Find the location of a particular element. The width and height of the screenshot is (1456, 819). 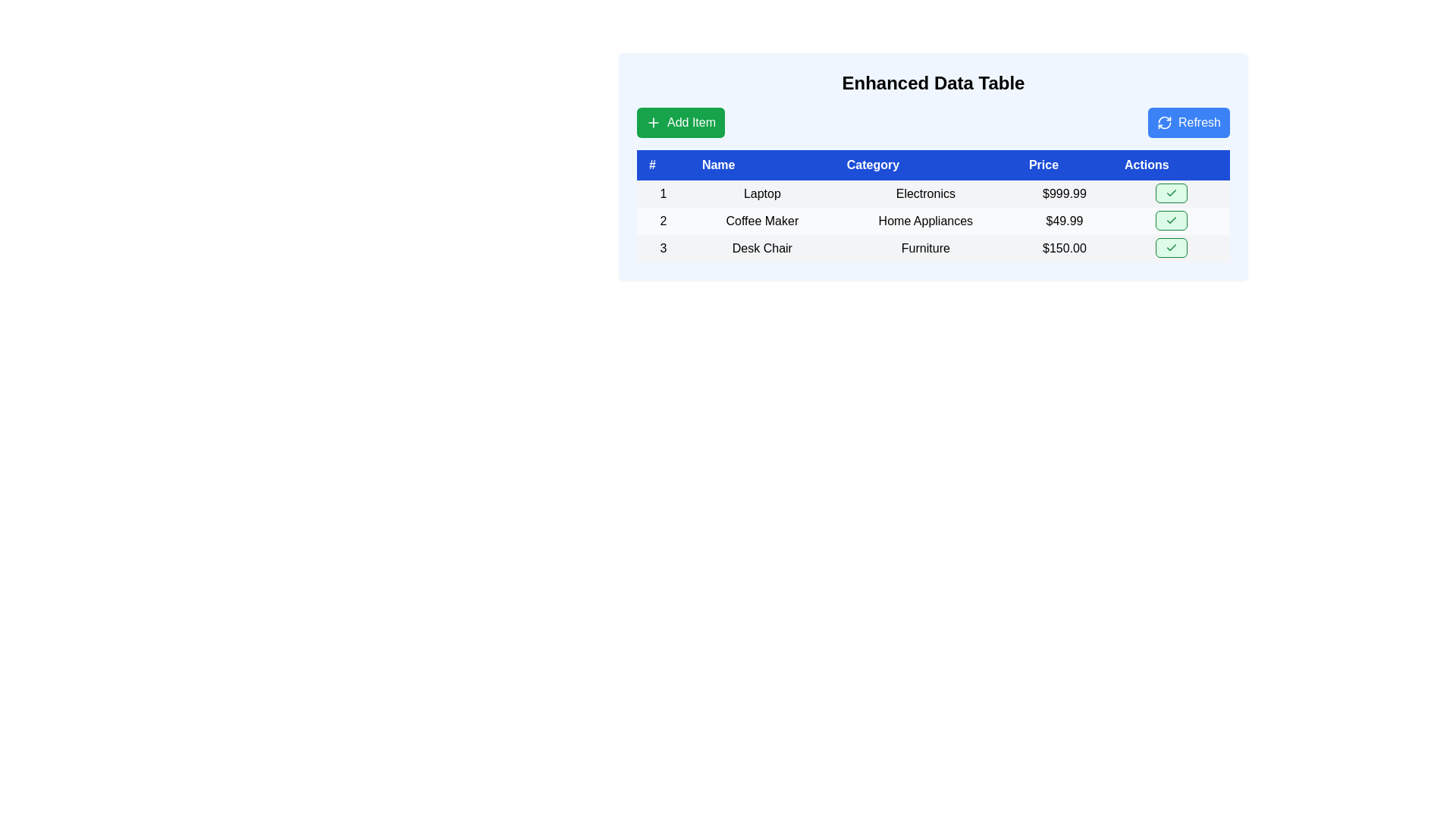

the graphical icon that confirms or selects the 'Desk Chair' entry in the table, located within the green button in the 'Actions' column of the third row is located at coordinates (1170, 247).